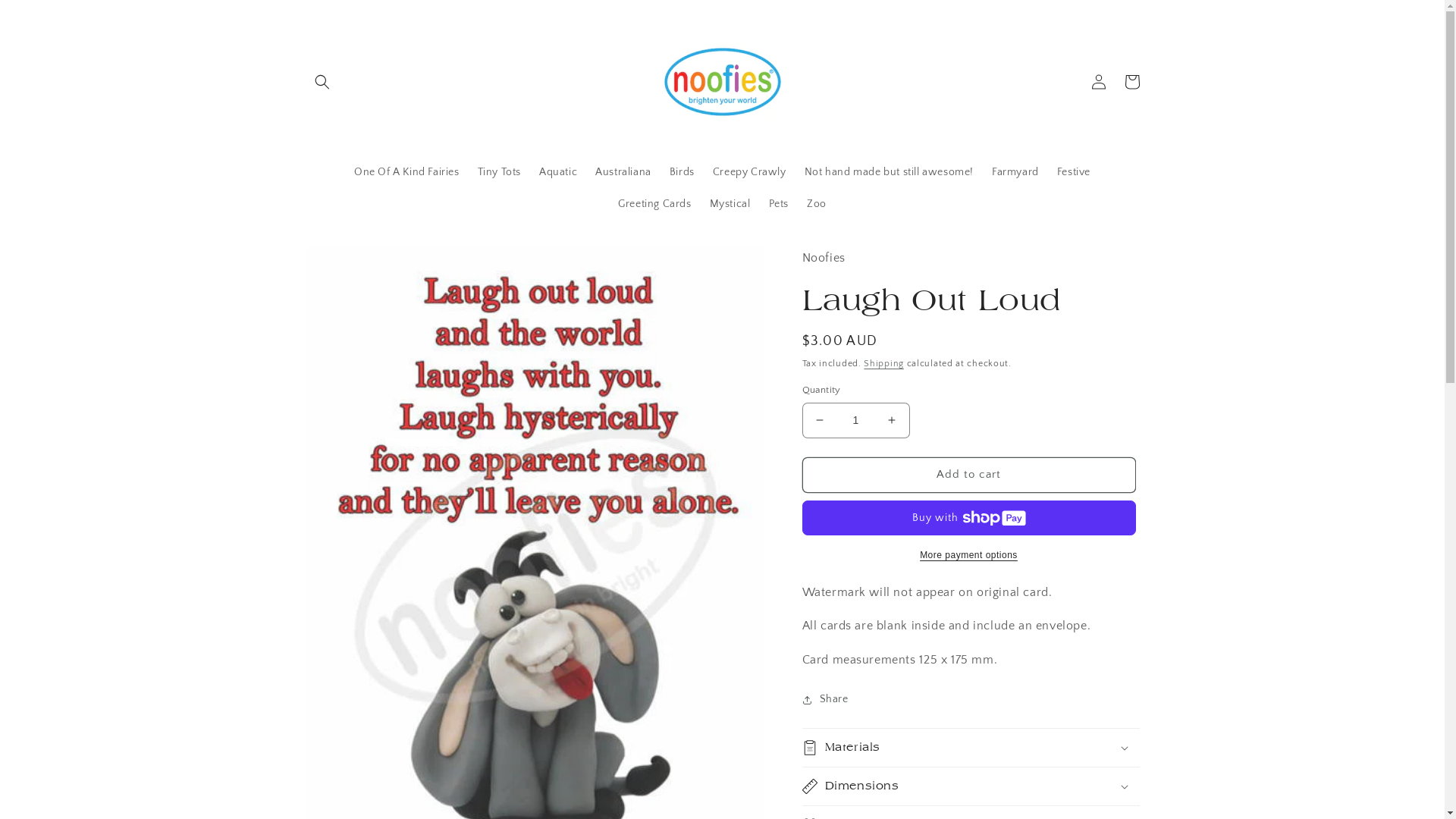  What do you see at coordinates (623, 171) in the screenshot?
I see `'Australiana'` at bounding box center [623, 171].